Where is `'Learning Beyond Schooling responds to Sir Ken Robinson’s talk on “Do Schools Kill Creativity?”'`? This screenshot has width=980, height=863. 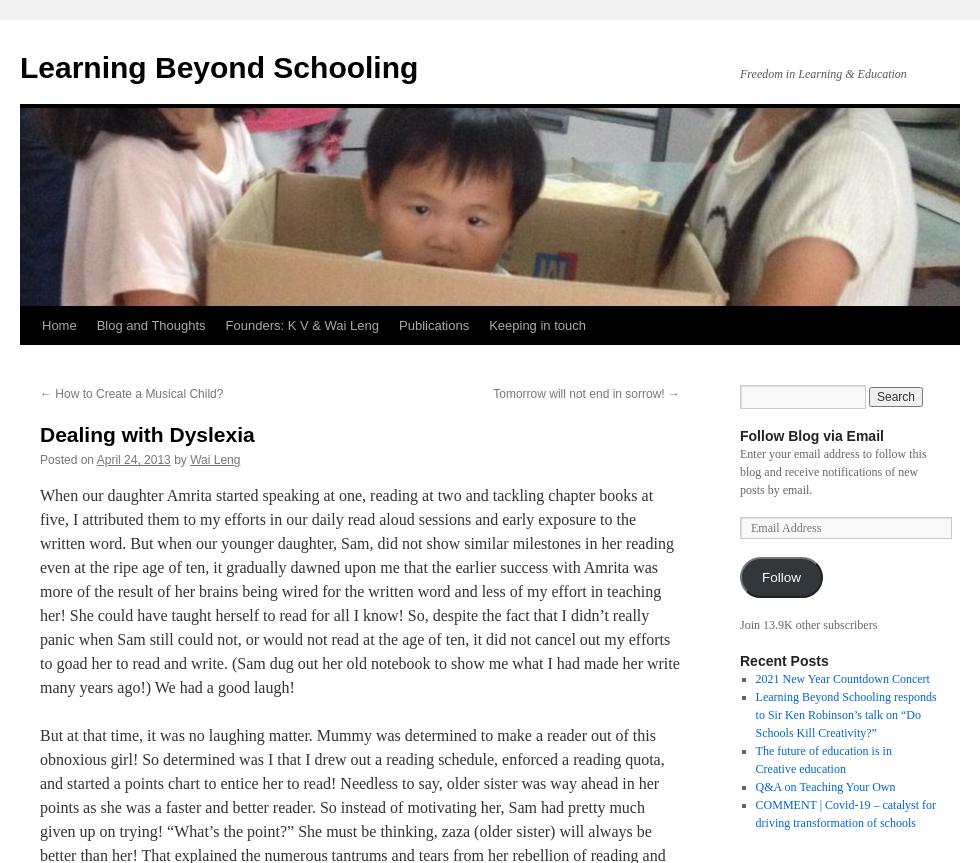 'Learning Beyond Schooling responds to Sir Ken Robinson’s talk on “Do Schools Kill Creativity?”' is located at coordinates (754, 714).